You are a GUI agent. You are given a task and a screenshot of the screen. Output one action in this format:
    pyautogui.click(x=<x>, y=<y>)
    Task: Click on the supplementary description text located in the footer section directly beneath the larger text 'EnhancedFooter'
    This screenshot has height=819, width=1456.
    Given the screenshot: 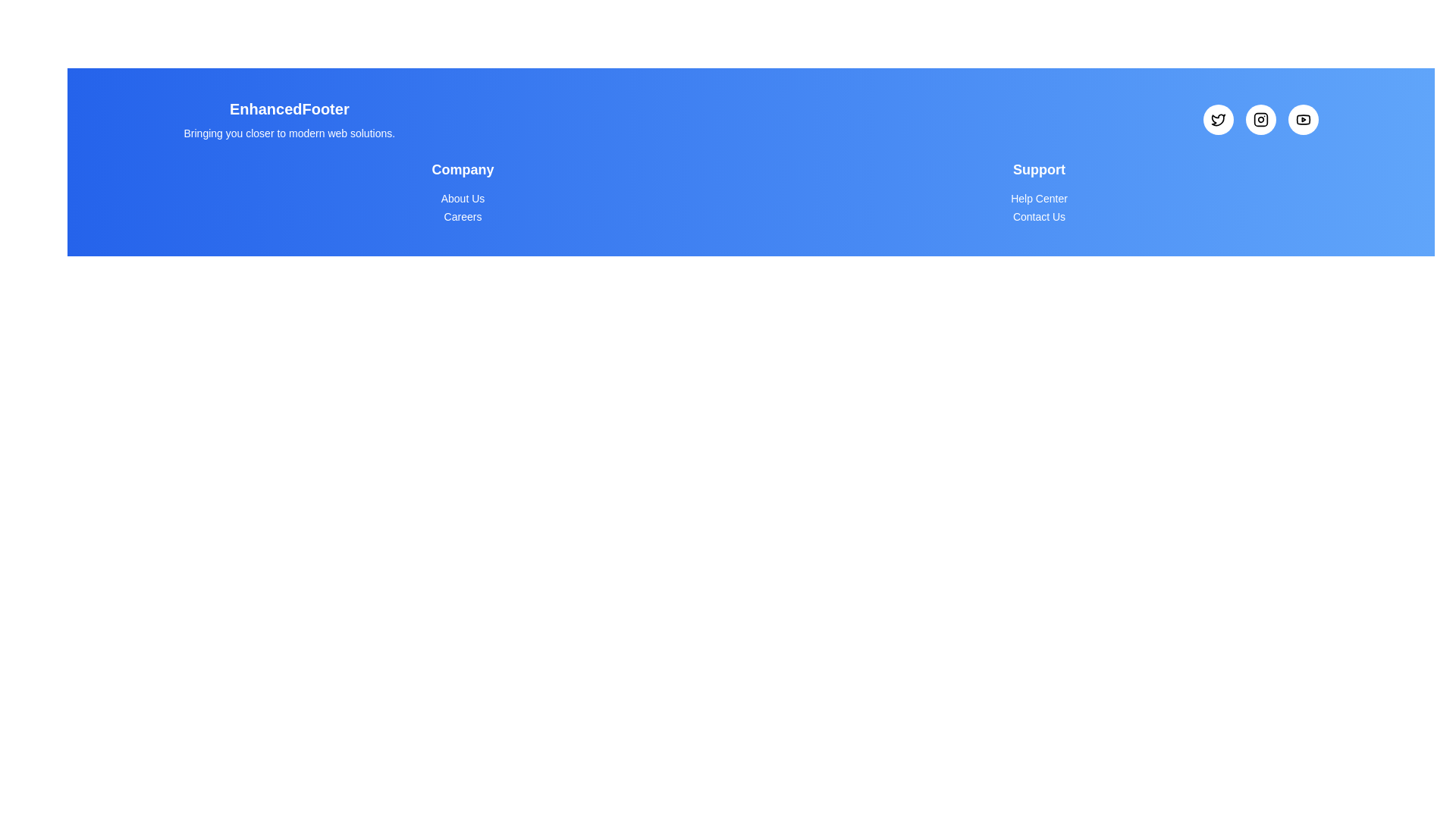 What is the action you would take?
    pyautogui.click(x=289, y=133)
    